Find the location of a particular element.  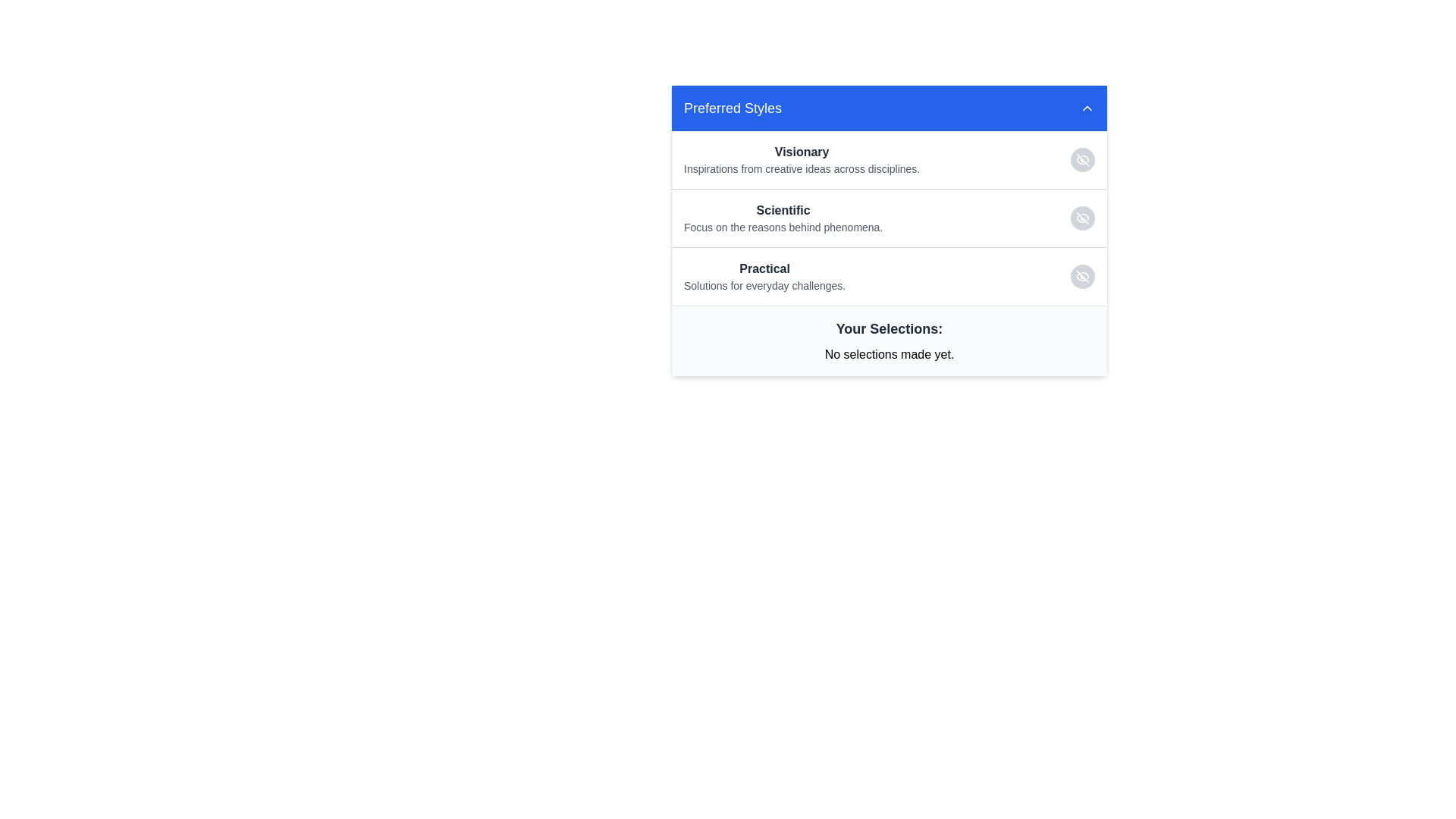

the interactive button of the 'Scientific' option in the list under 'Preferred Styles' is located at coordinates (889, 218).